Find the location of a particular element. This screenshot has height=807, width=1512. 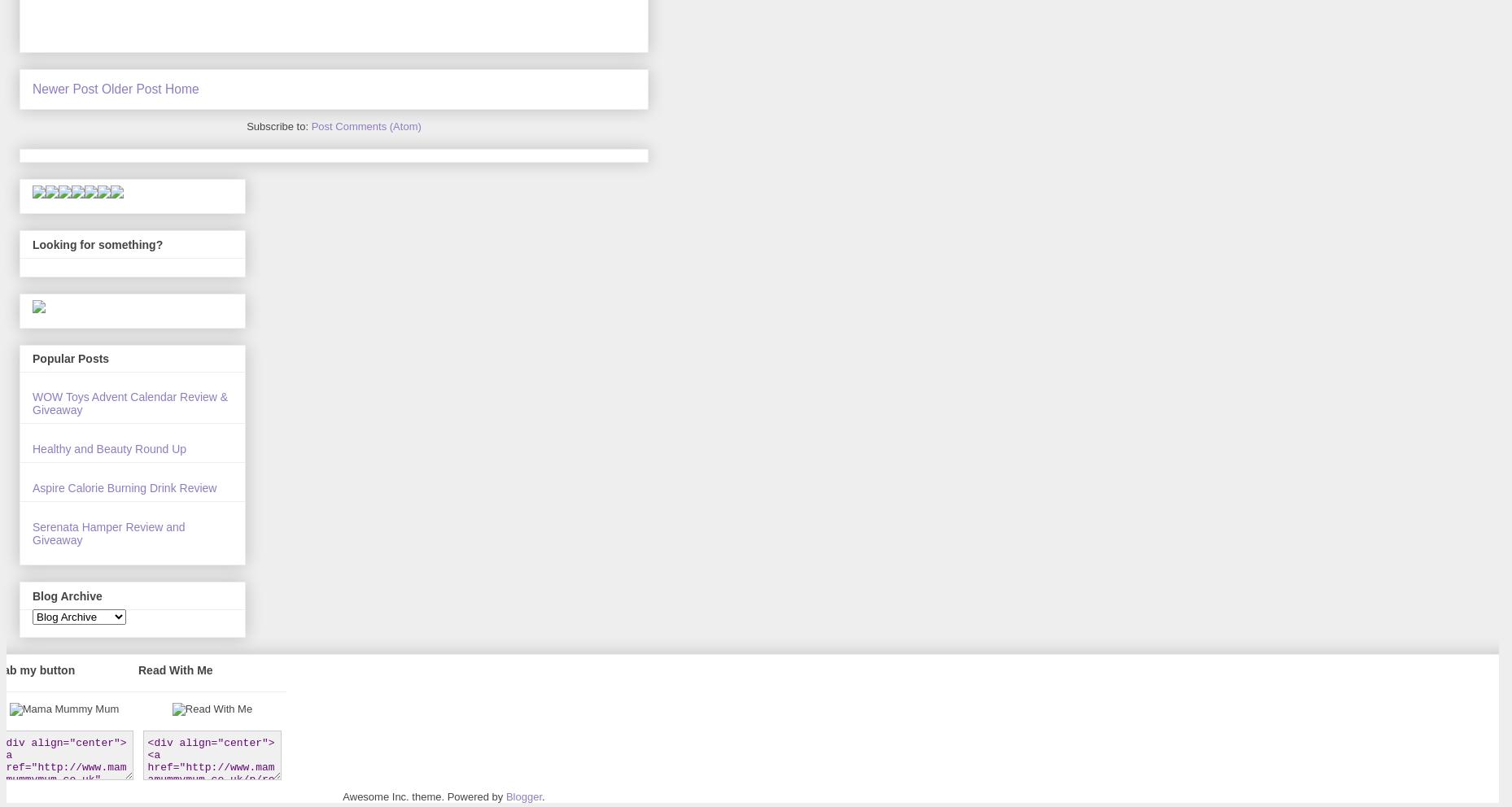

'Aspire Calorie Burning Drink Review' is located at coordinates (31, 486).